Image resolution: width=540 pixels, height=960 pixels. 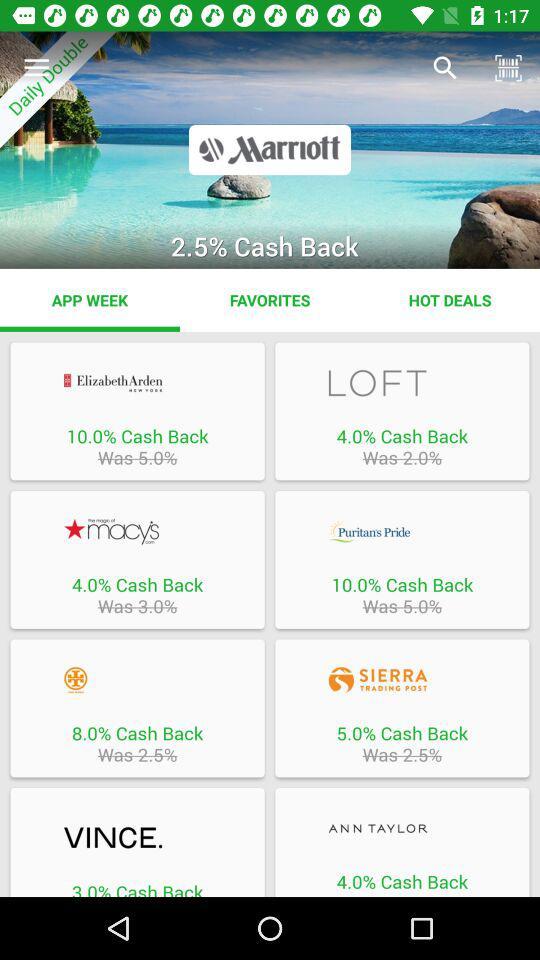 I want to click on offer, so click(x=136, y=382).